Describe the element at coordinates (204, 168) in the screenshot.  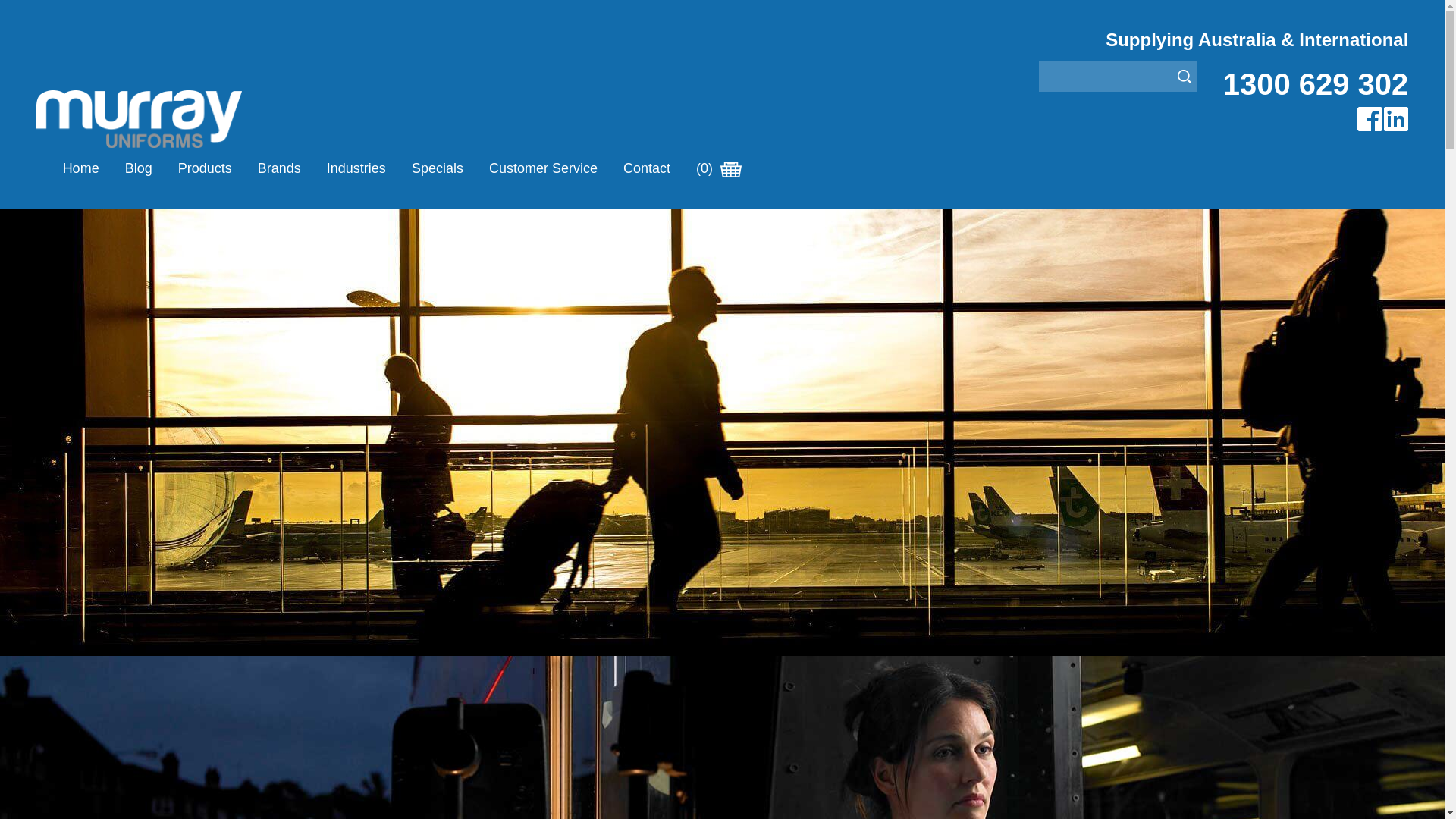
I see `'Products'` at that location.